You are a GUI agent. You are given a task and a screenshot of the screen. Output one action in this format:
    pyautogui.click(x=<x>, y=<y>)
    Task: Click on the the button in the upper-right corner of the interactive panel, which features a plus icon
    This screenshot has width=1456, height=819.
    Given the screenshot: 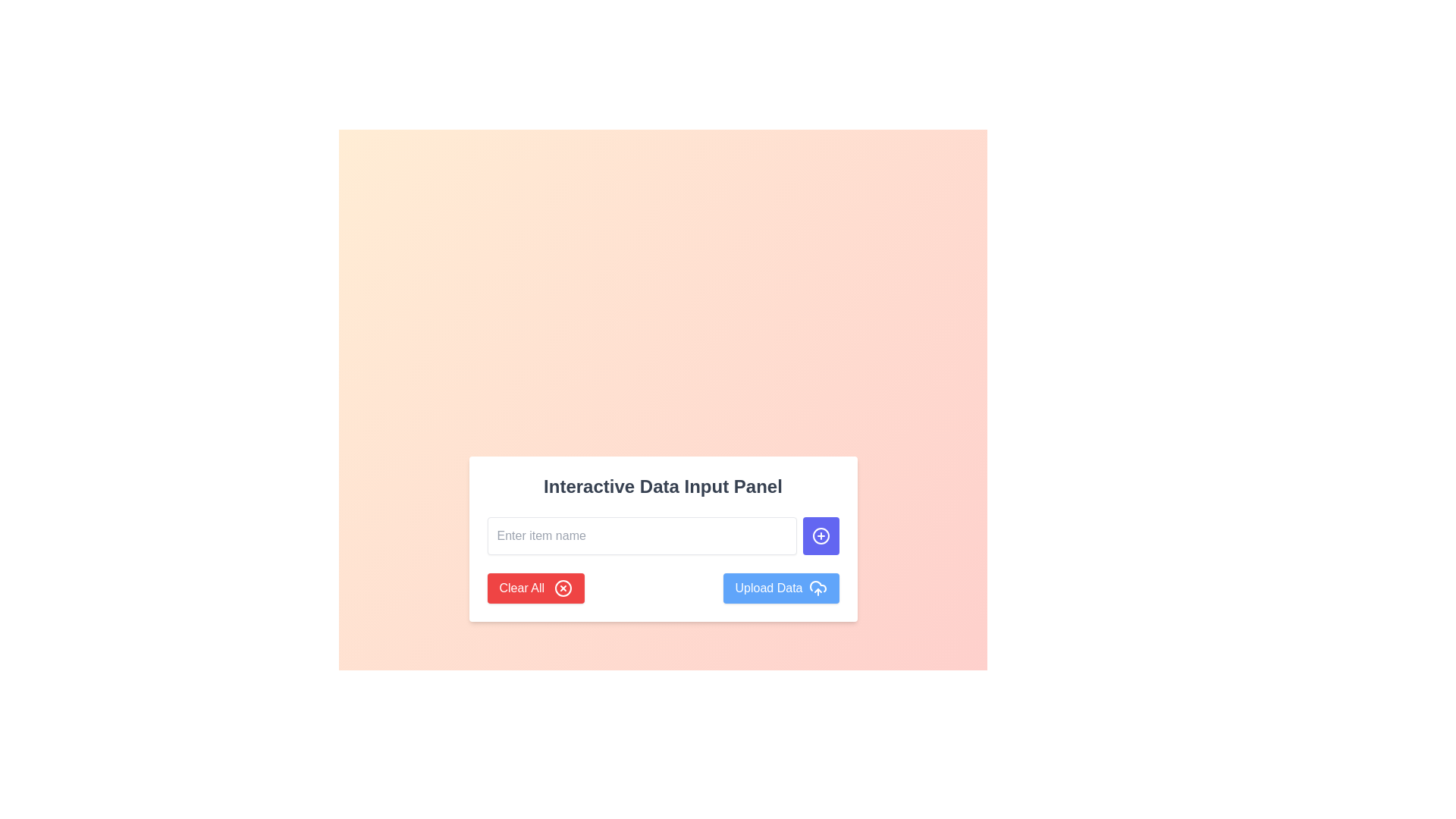 What is the action you would take?
    pyautogui.click(x=820, y=535)
    